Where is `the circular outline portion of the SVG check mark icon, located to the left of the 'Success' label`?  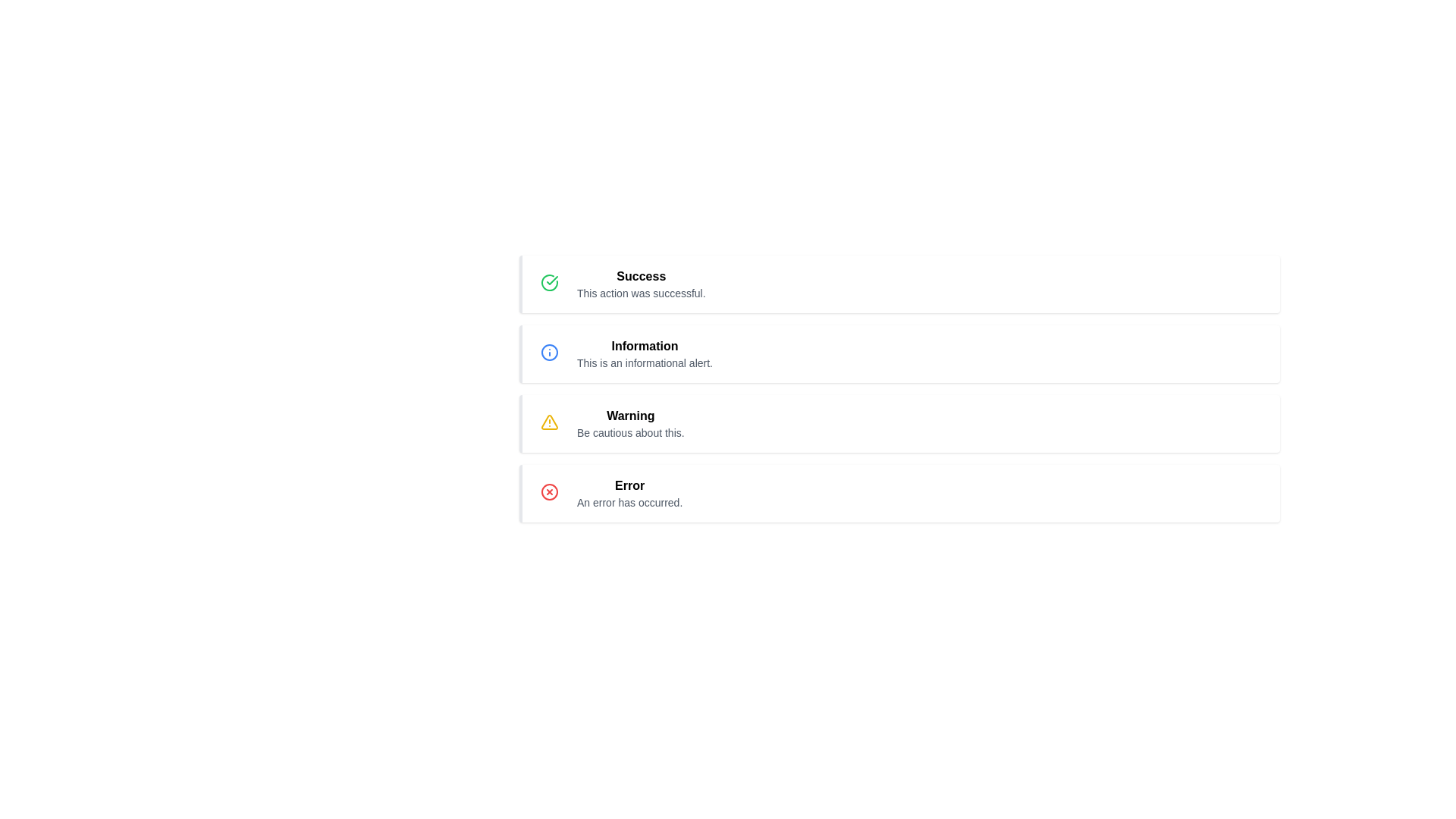
the circular outline portion of the SVG check mark icon, located to the left of the 'Success' label is located at coordinates (548, 283).